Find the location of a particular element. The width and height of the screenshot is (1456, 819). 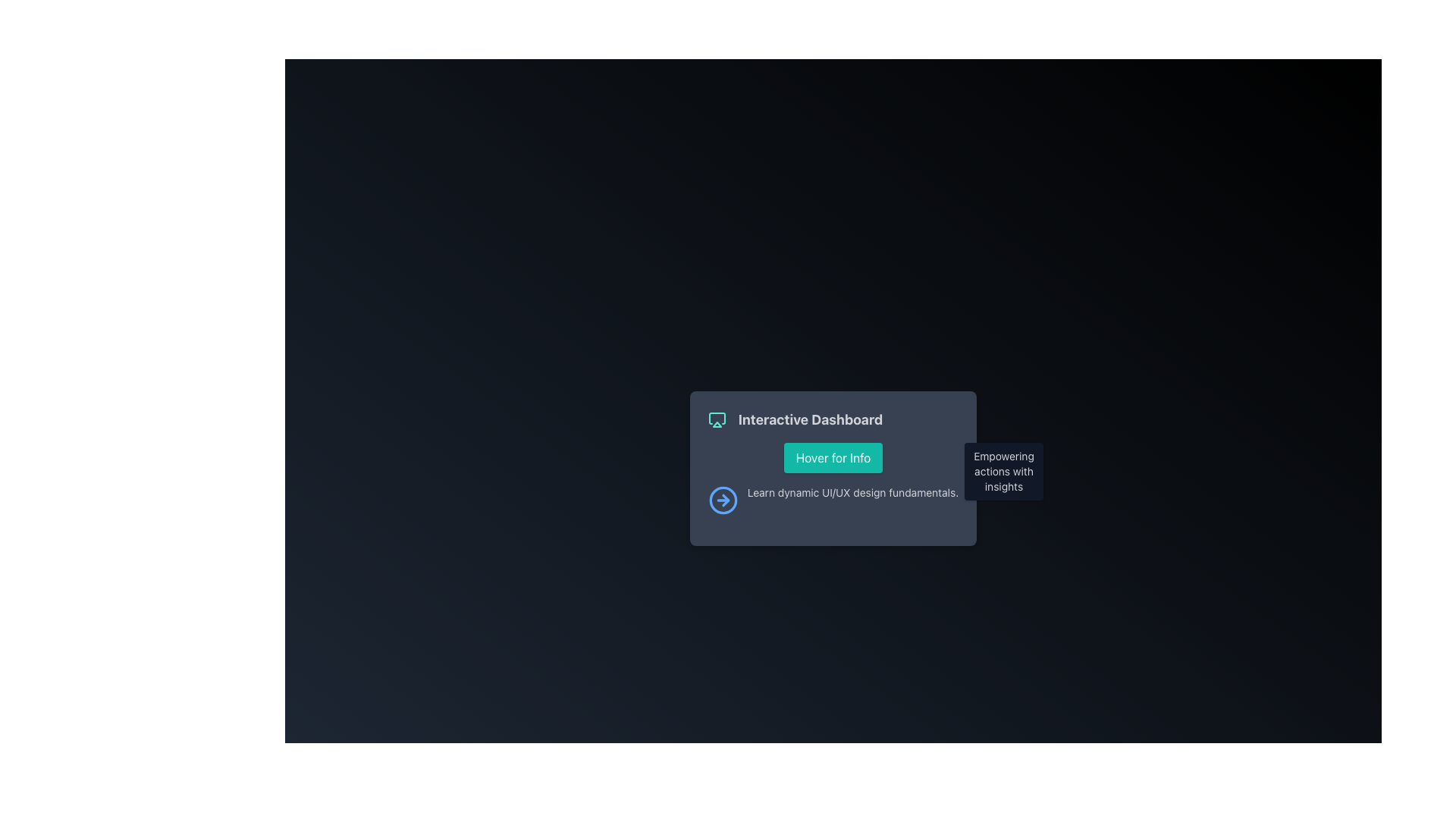

the navigational icon located on the lower left of the panel containing the text 'Learn dynamic UI/UX design fundamentals.' is located at coordinates (722, 500).